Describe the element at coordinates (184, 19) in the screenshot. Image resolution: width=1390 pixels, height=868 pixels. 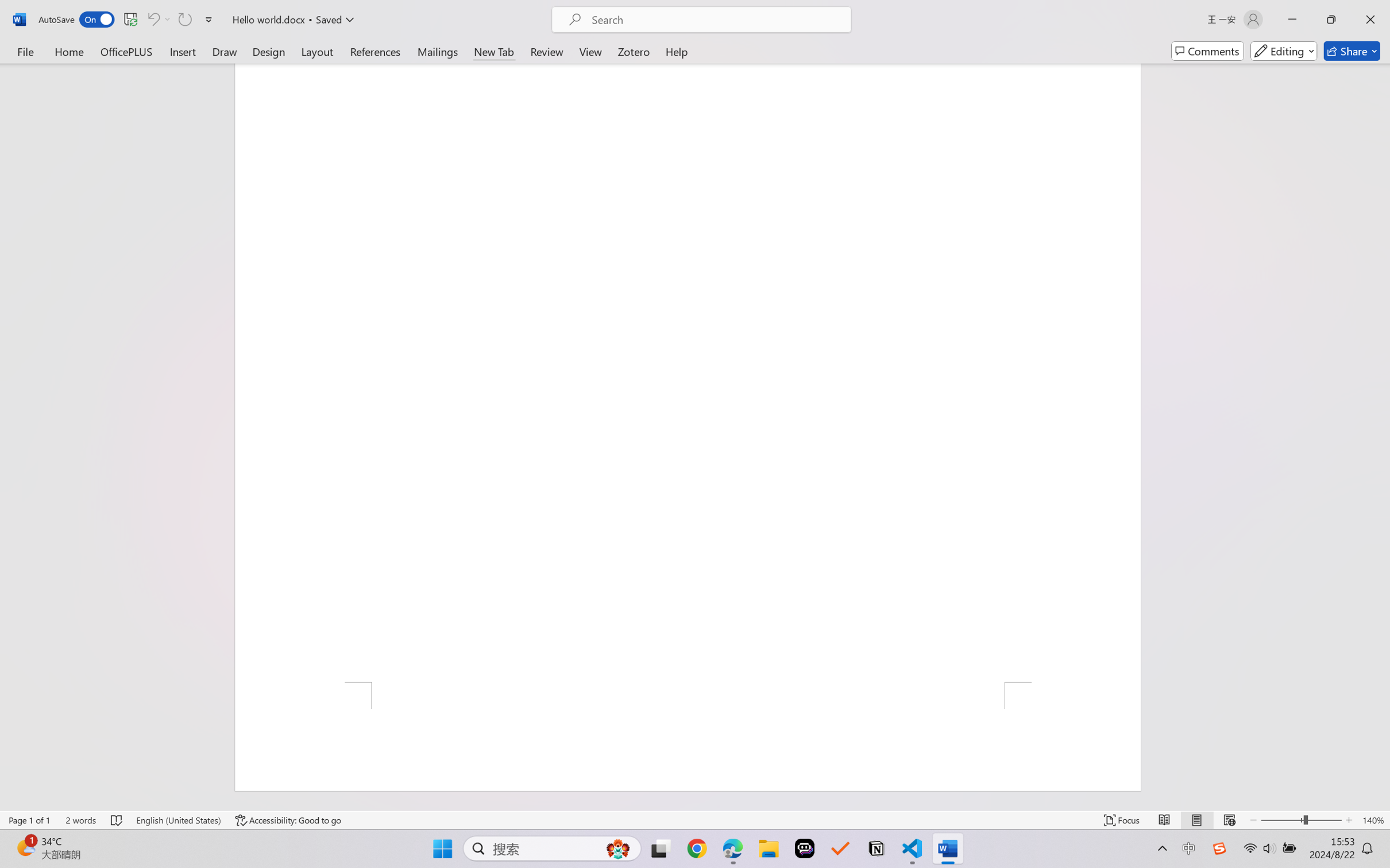
I see `'Can'` at that location.